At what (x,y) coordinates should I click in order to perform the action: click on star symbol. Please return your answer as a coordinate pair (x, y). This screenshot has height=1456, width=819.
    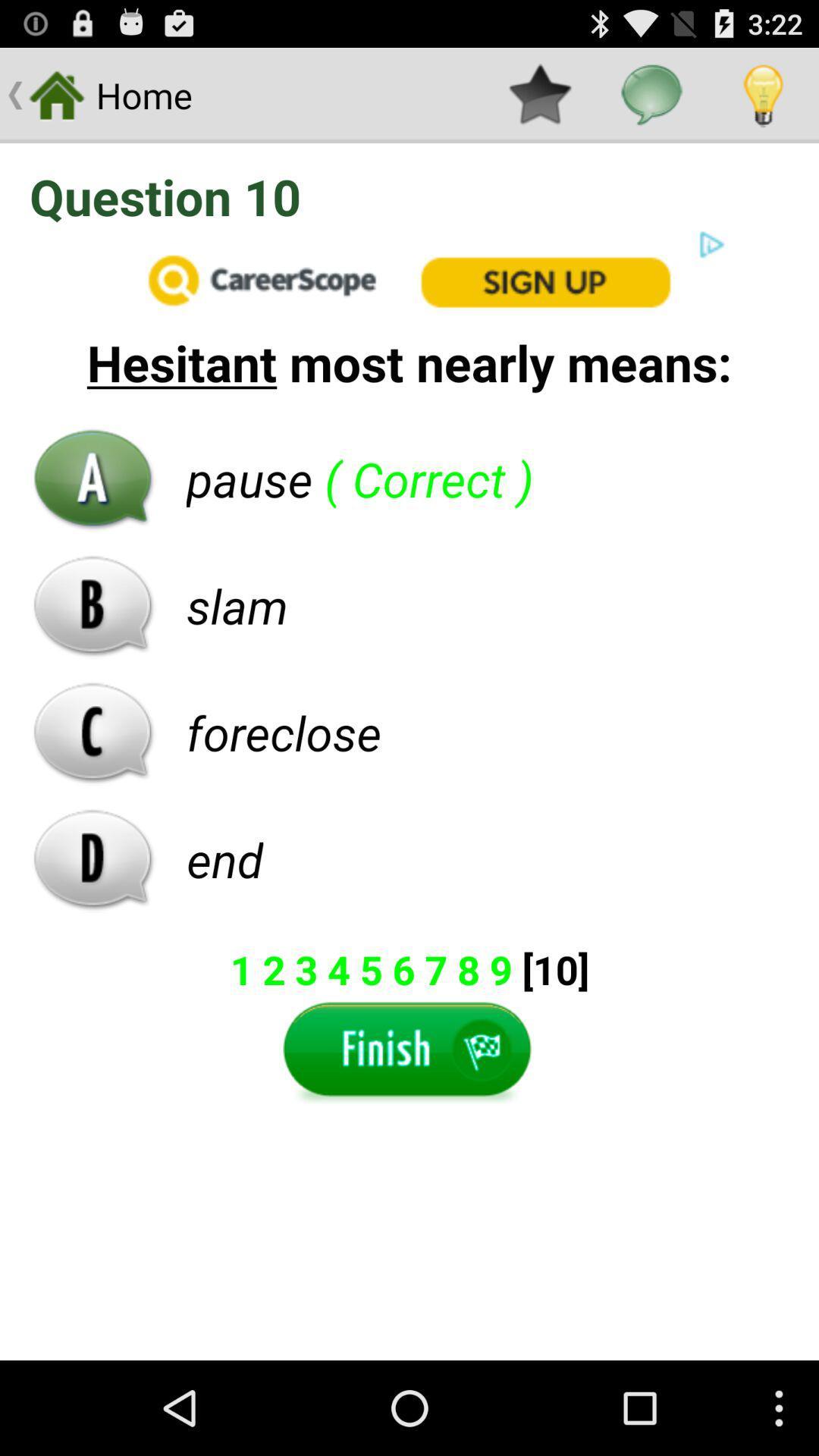
    Looking at the image, I should click on (539, 94).